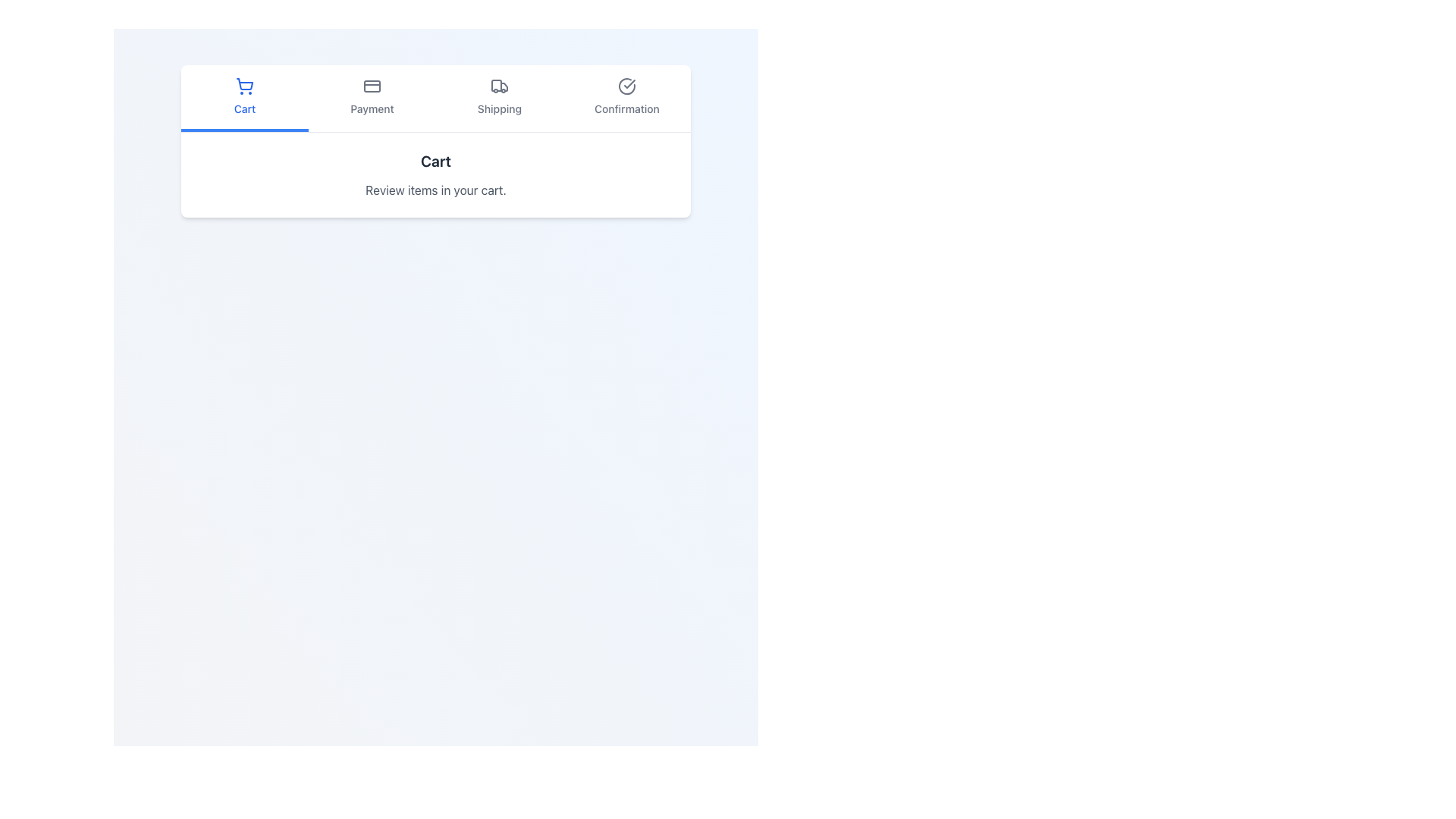 The image size is (1456, 819). What do you see at coordinates (499, 86) in the screenshot?
I see `the truck icon representing the 'Shipping' step in the navigation bar, located between 'Payment' and 'Confirmation'` at bounding box center [499, 86].